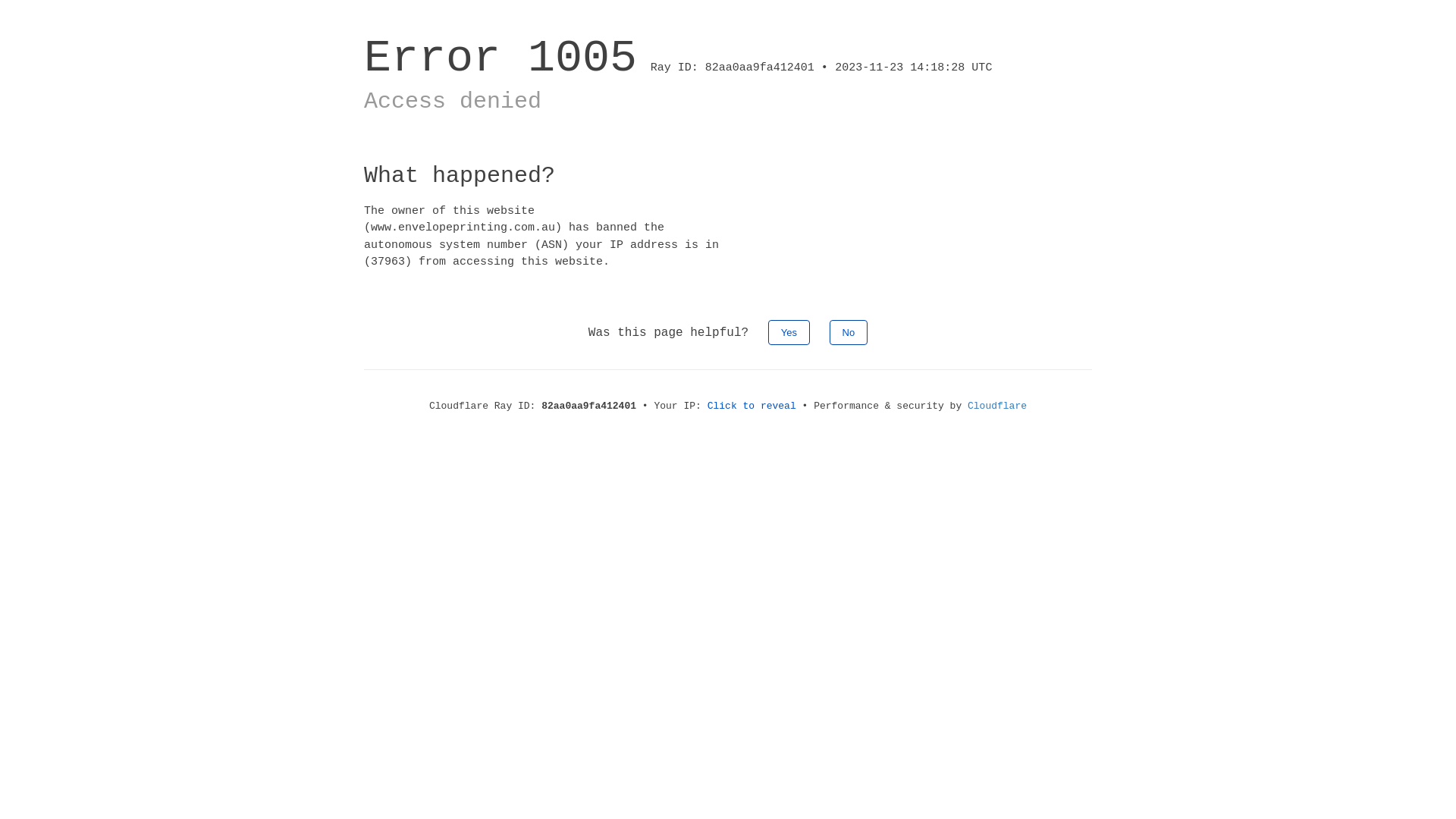 This screenshot has height=819, width=1456. I want to click on 'Cloudflare', so click(997, 405).